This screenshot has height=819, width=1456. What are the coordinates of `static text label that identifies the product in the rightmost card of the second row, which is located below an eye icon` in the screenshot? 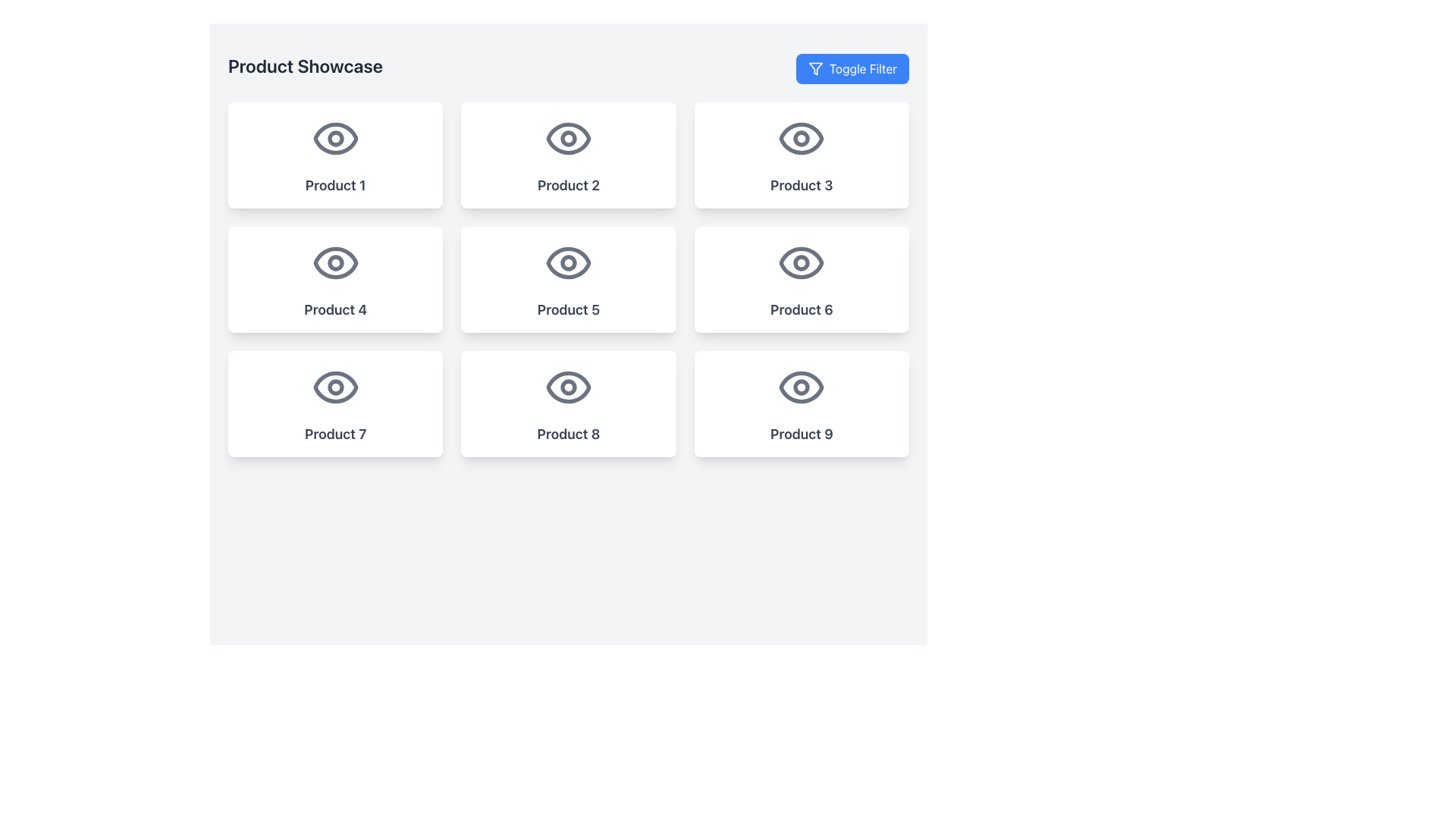 It's located at (801, 309).